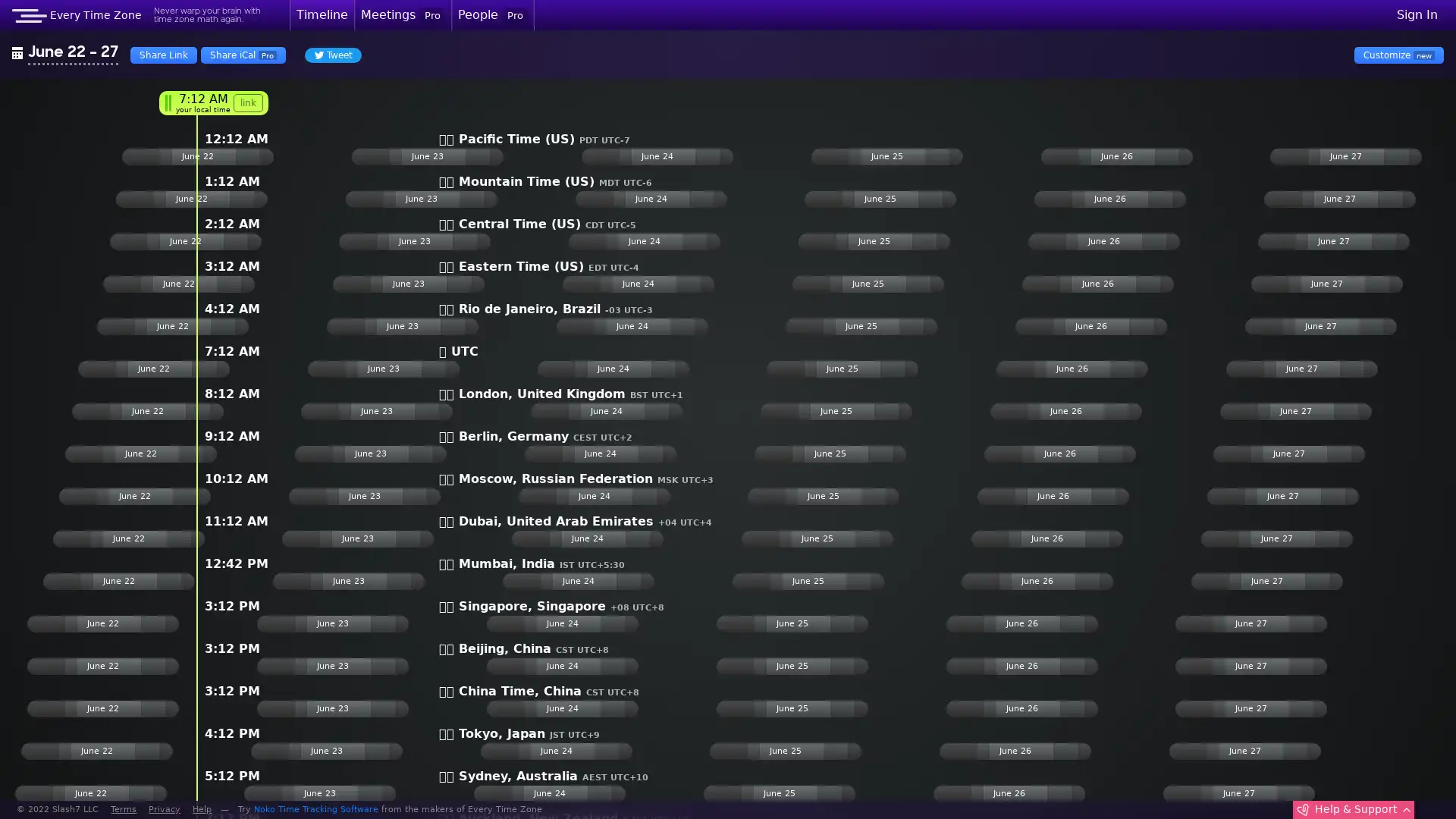 The width and height of the screenshot is (1456, 819). What do you see at coordinates (524, 102) in the screenshot?
I see `link` at bounding box center [524, 102].